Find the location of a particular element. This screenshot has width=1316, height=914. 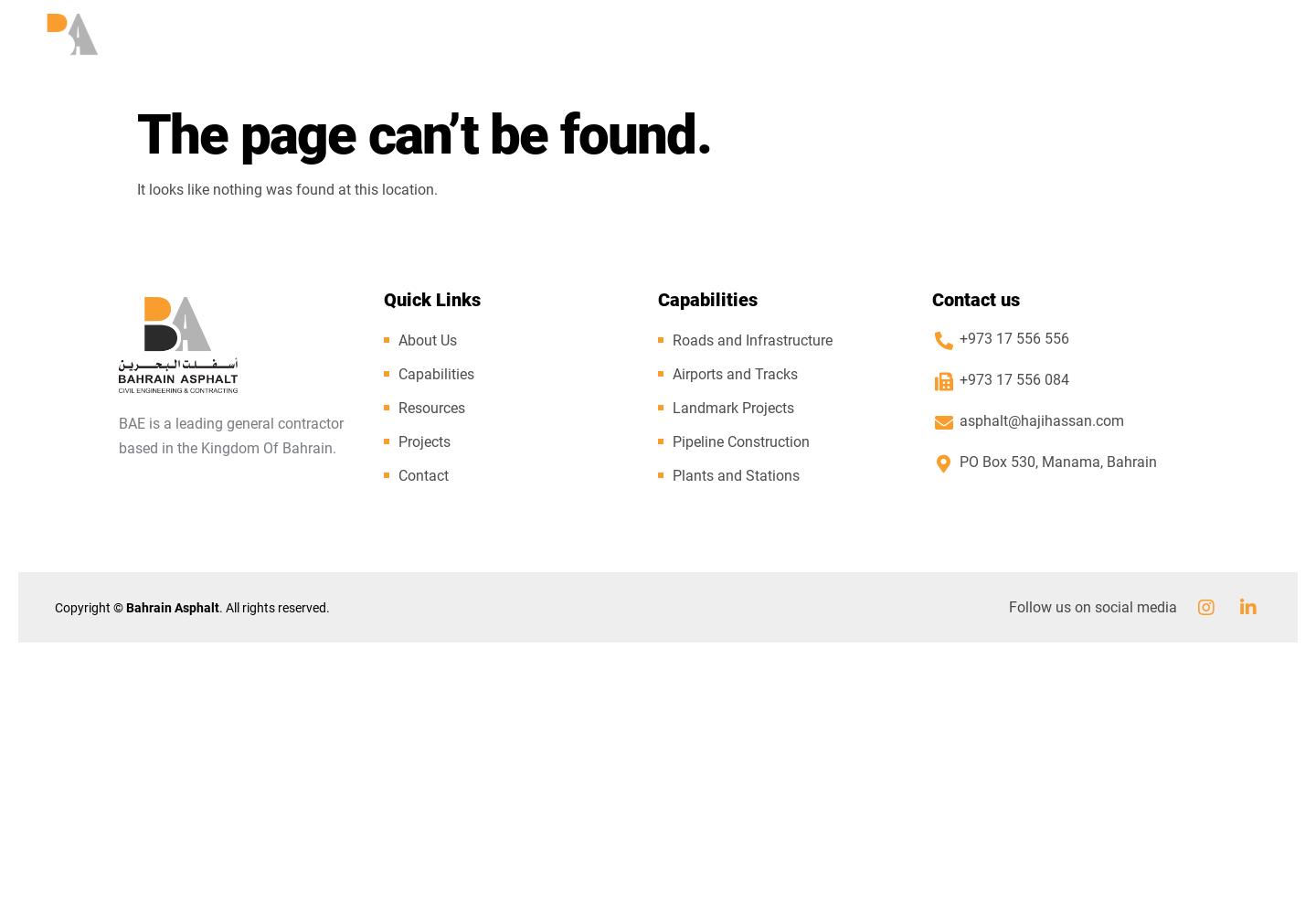

'Copyright ©' is located at coordinates (90, 607).